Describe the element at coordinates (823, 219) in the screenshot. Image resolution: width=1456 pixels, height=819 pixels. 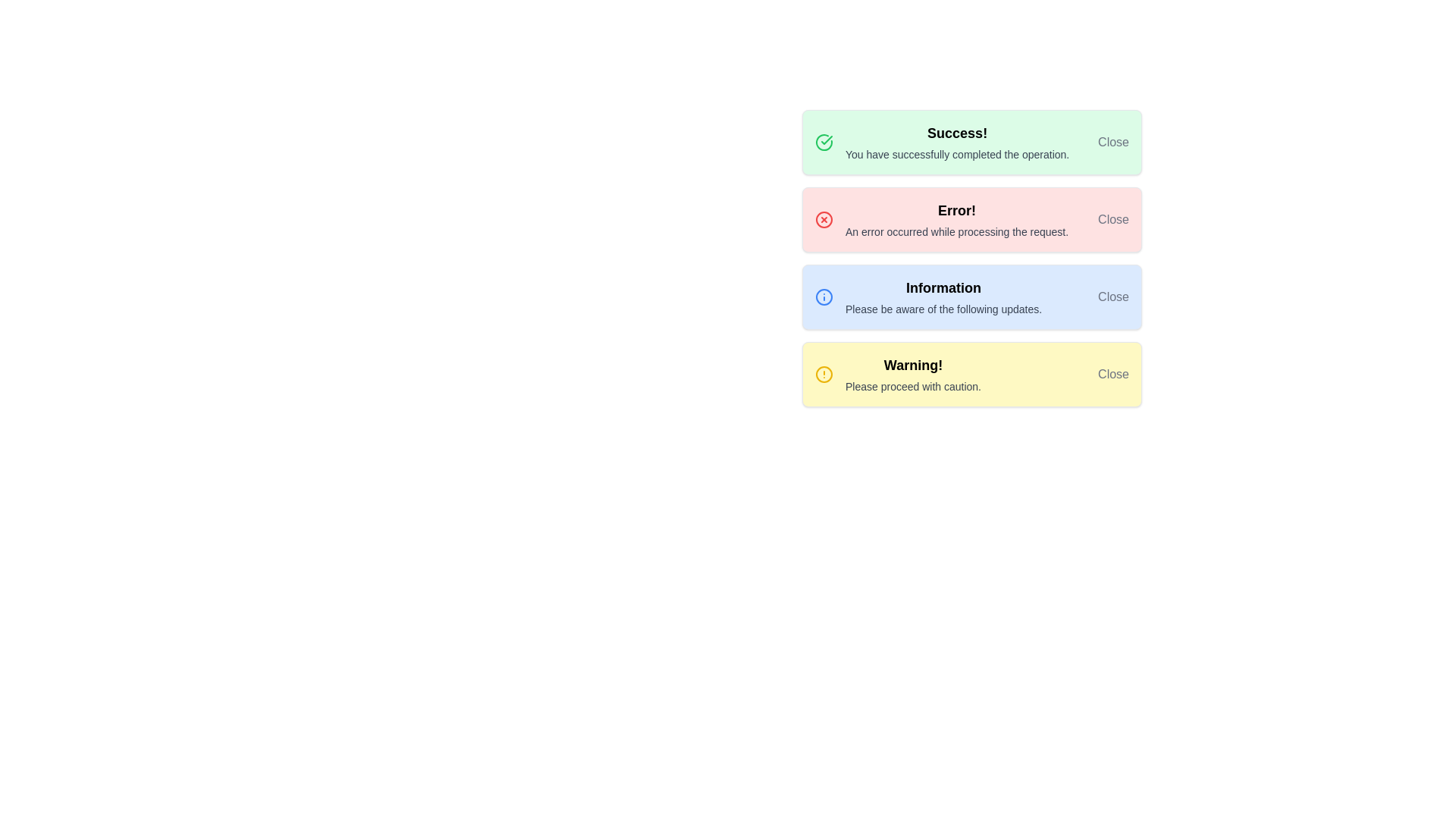
I see `the error icon located in the second notification box titled 'Error!', positioned to the left of the text content` at that location.